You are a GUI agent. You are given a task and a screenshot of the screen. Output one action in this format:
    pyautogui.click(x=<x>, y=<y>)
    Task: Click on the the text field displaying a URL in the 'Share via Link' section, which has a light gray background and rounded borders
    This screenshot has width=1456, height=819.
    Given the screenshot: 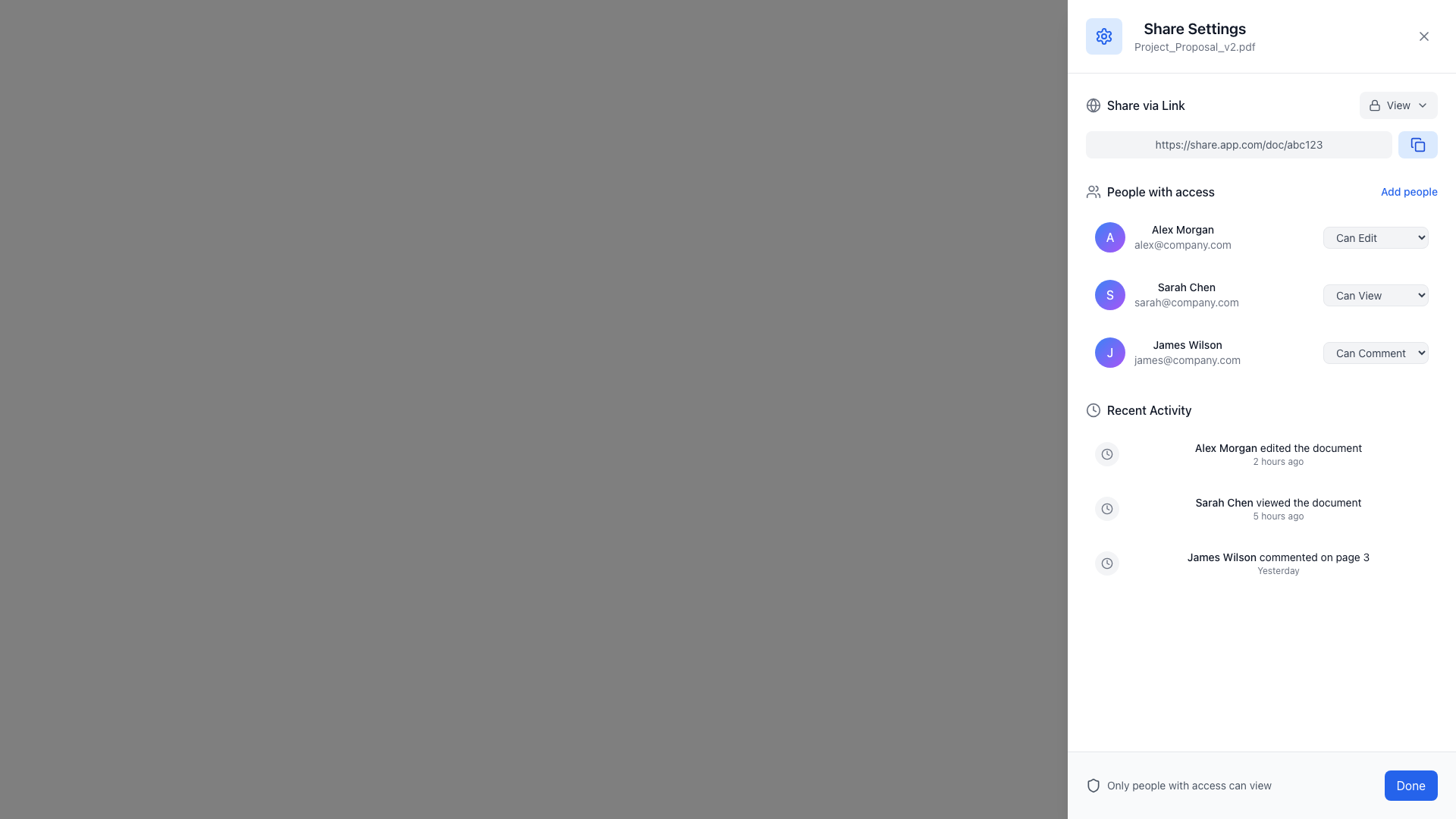 What is the action you would take?
    pyautogui.click(x=1262, y=145)
    